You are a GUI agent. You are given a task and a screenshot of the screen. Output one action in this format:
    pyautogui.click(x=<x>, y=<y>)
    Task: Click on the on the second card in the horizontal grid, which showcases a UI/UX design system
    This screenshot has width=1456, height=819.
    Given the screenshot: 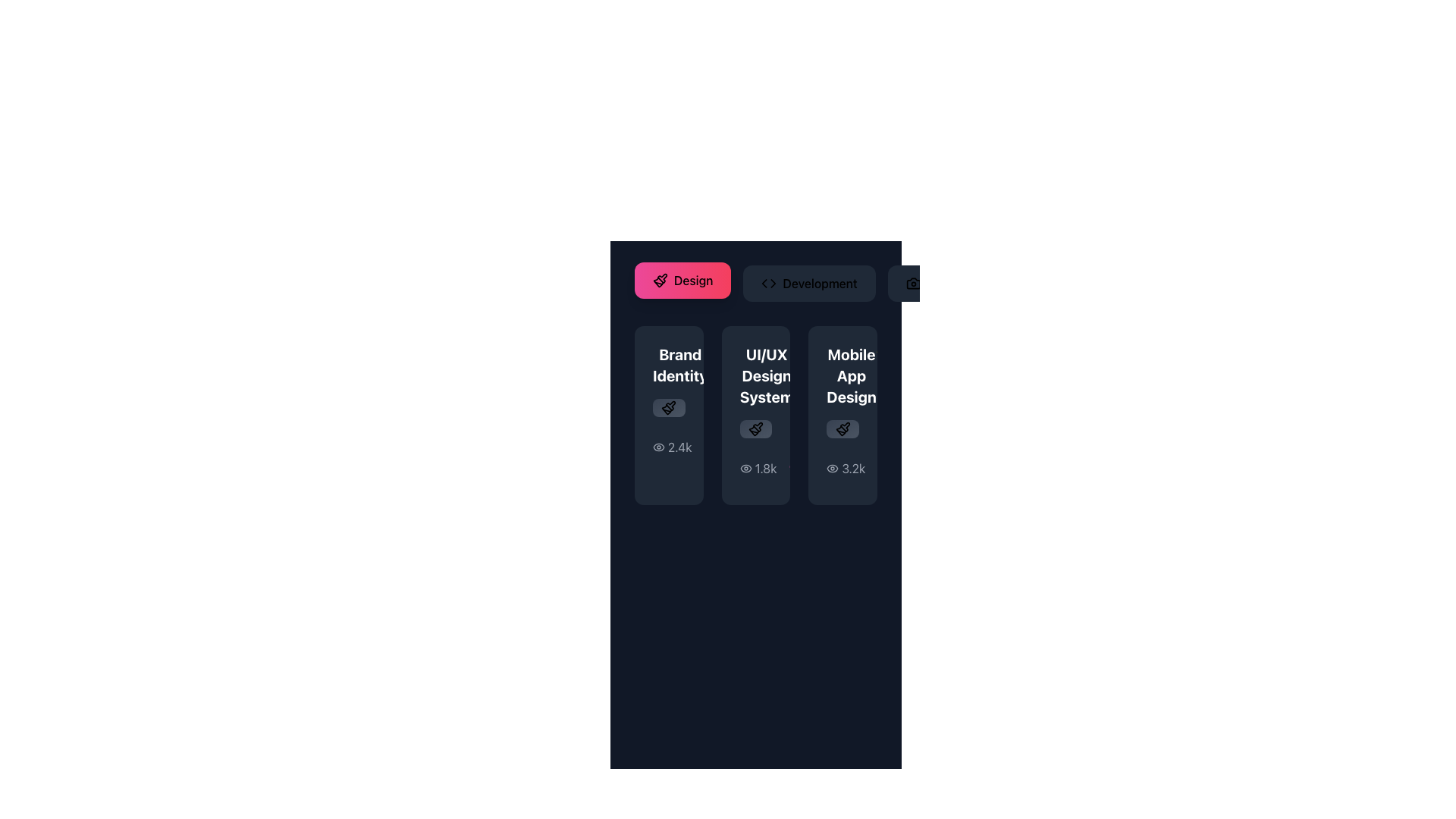 What is the action you would take?
    pyautogui.click(x=756, y=384)
    